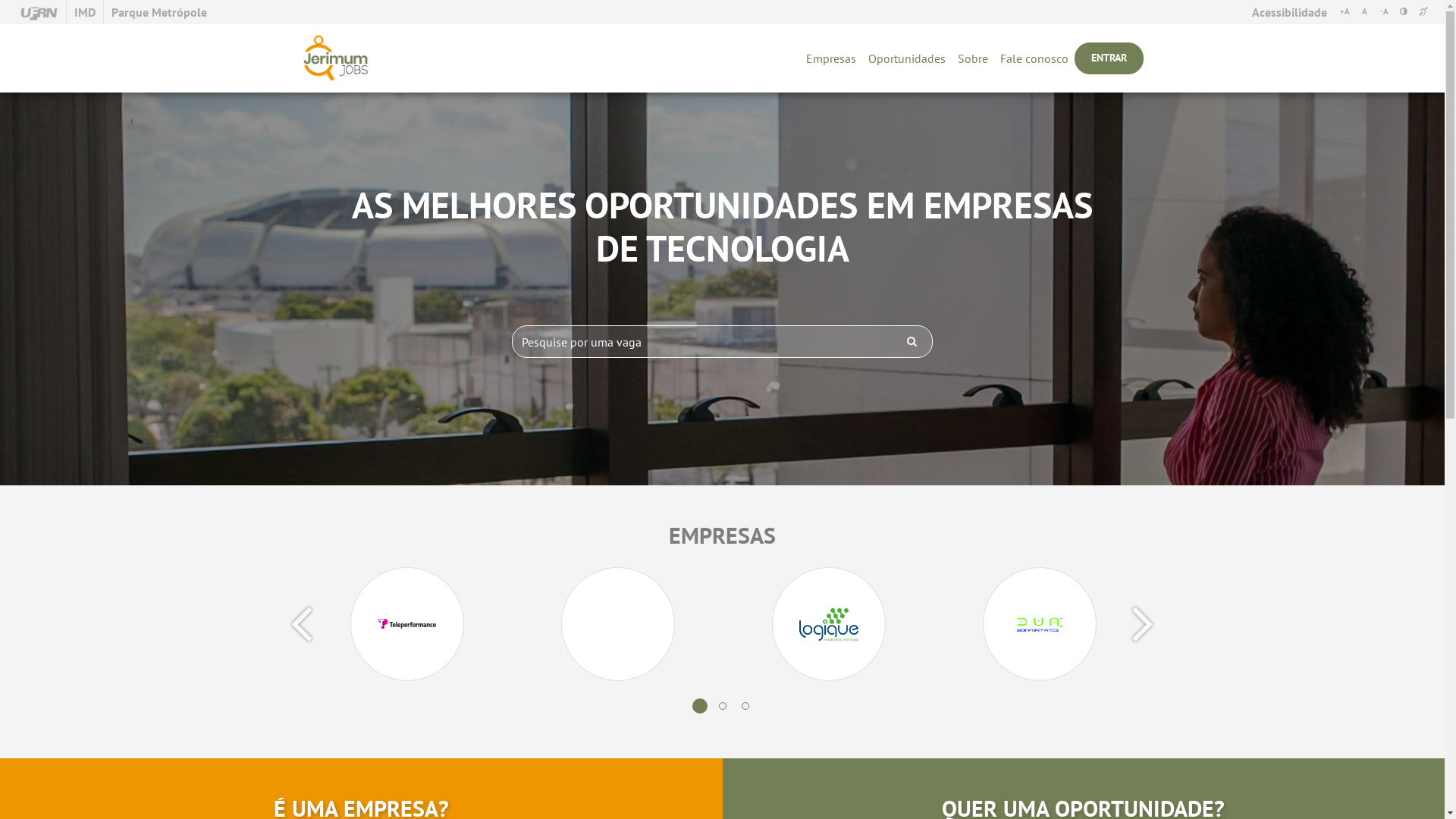 The width and height of the screenshot is (1456, 819). Describe the element at coordinates (1073, 58) in the screenshot. I see `'ENTRAR'` at that location.